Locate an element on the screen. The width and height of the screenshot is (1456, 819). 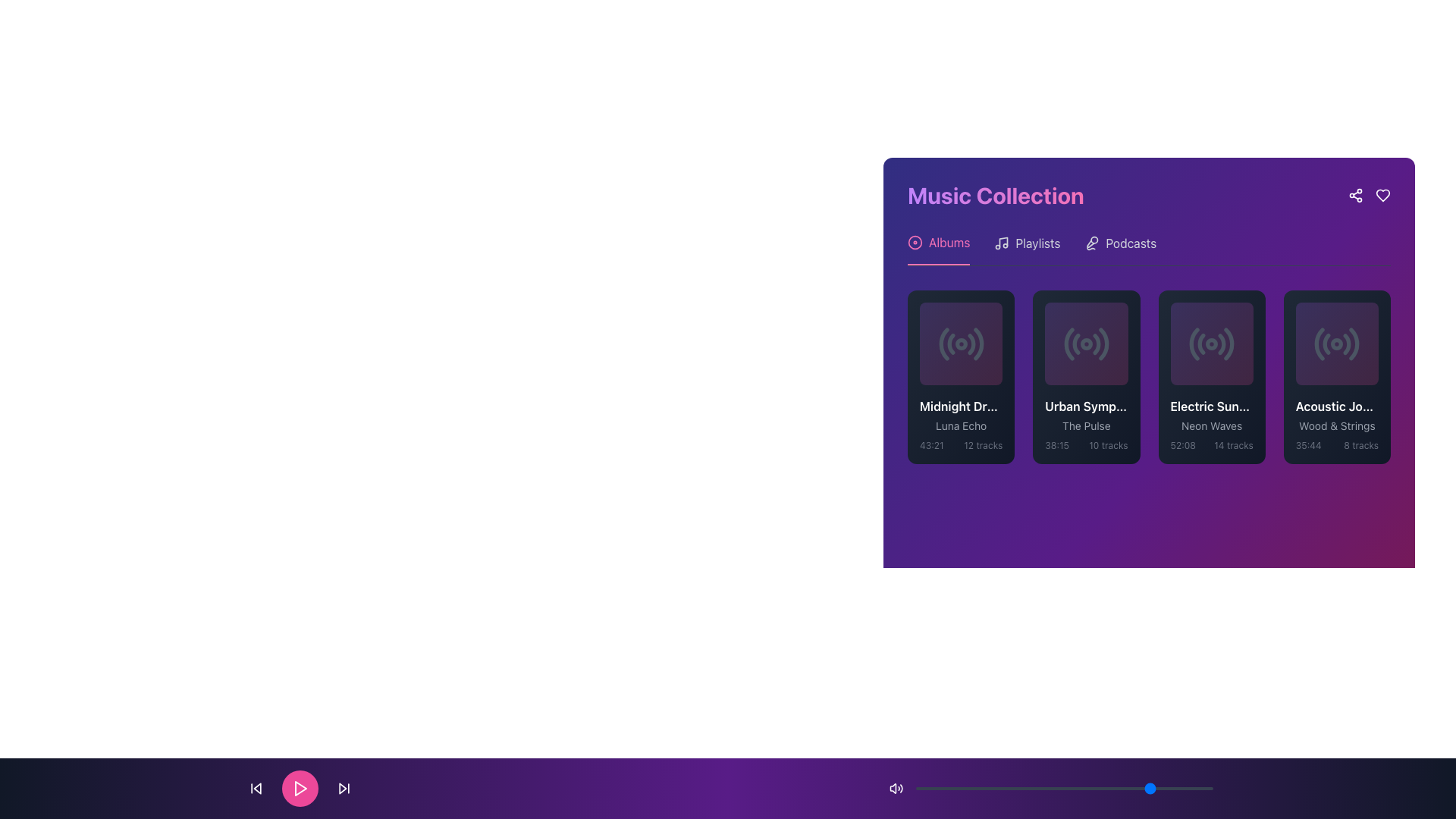
the circular icon resembling a disc located next to the 'Albums' text in the navigation bar of the 'Music Collection' section is located at coordinates (914, 242).